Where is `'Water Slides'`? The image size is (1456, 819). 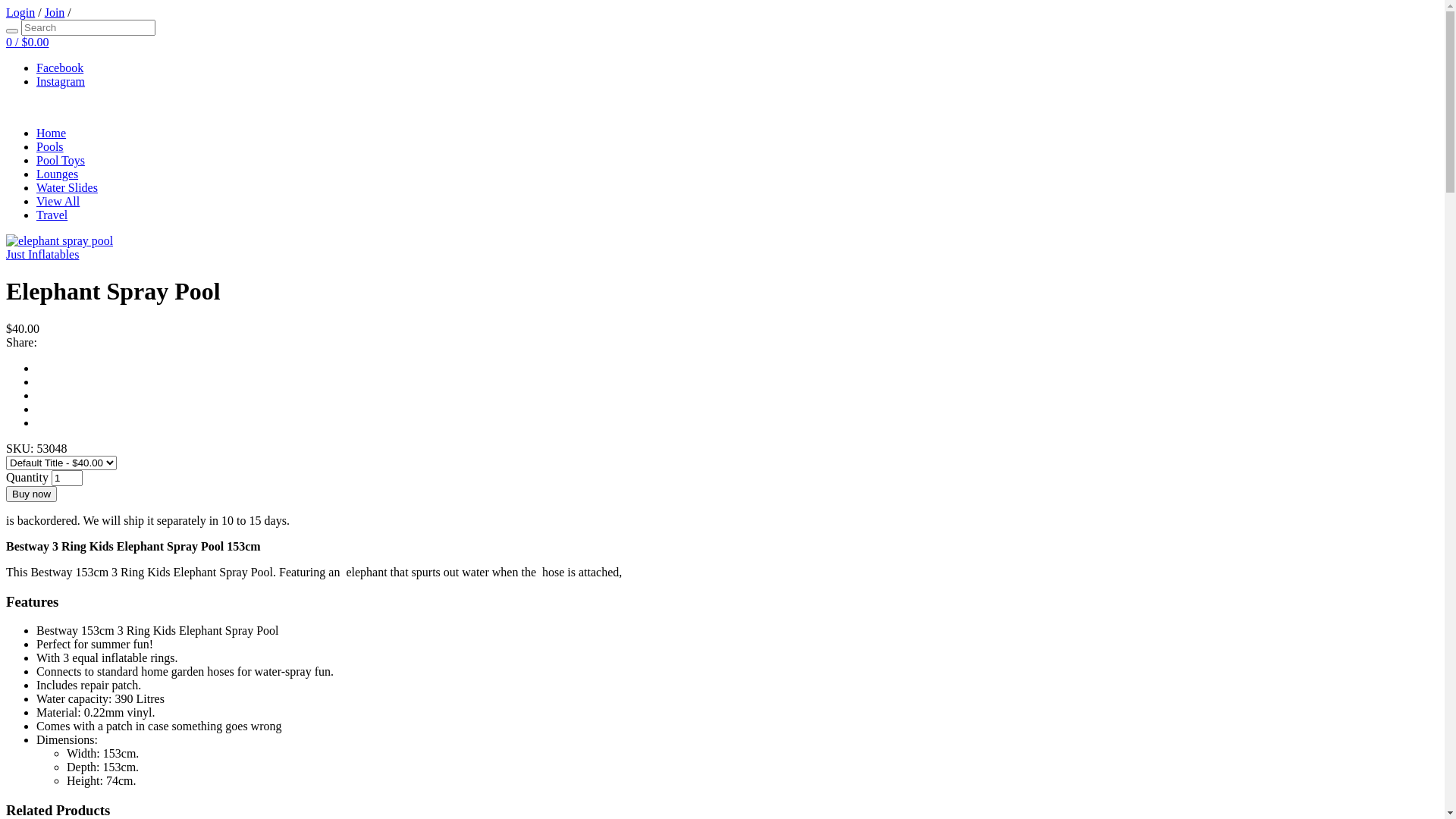
'Water Slides' is located at coordinates (36, 187).